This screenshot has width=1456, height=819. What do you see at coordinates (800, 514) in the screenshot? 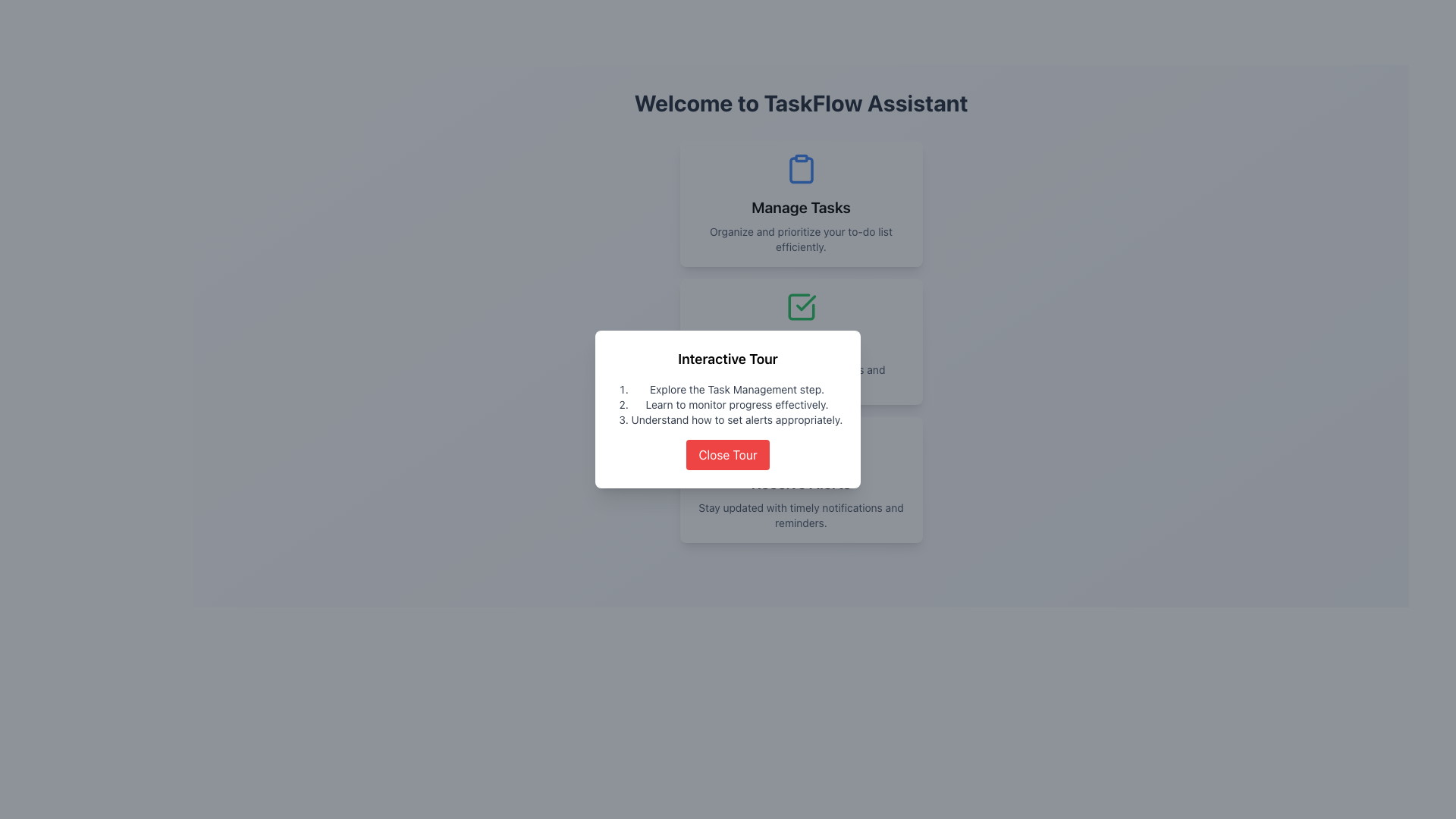
I see `the static text that reads 'Stay updated with timely notifications and reminders.' positioned centrally below the title 'Receive Alerts.'` at bounding box center [800, 514].